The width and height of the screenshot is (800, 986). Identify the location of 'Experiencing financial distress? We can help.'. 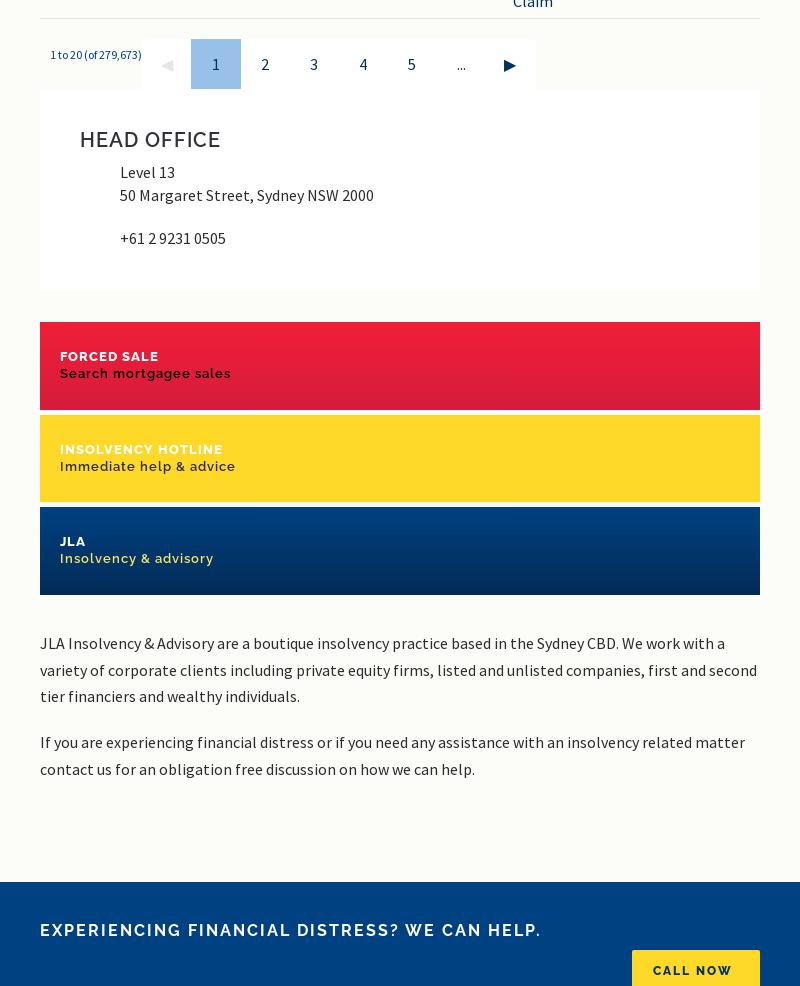
(291, 929).